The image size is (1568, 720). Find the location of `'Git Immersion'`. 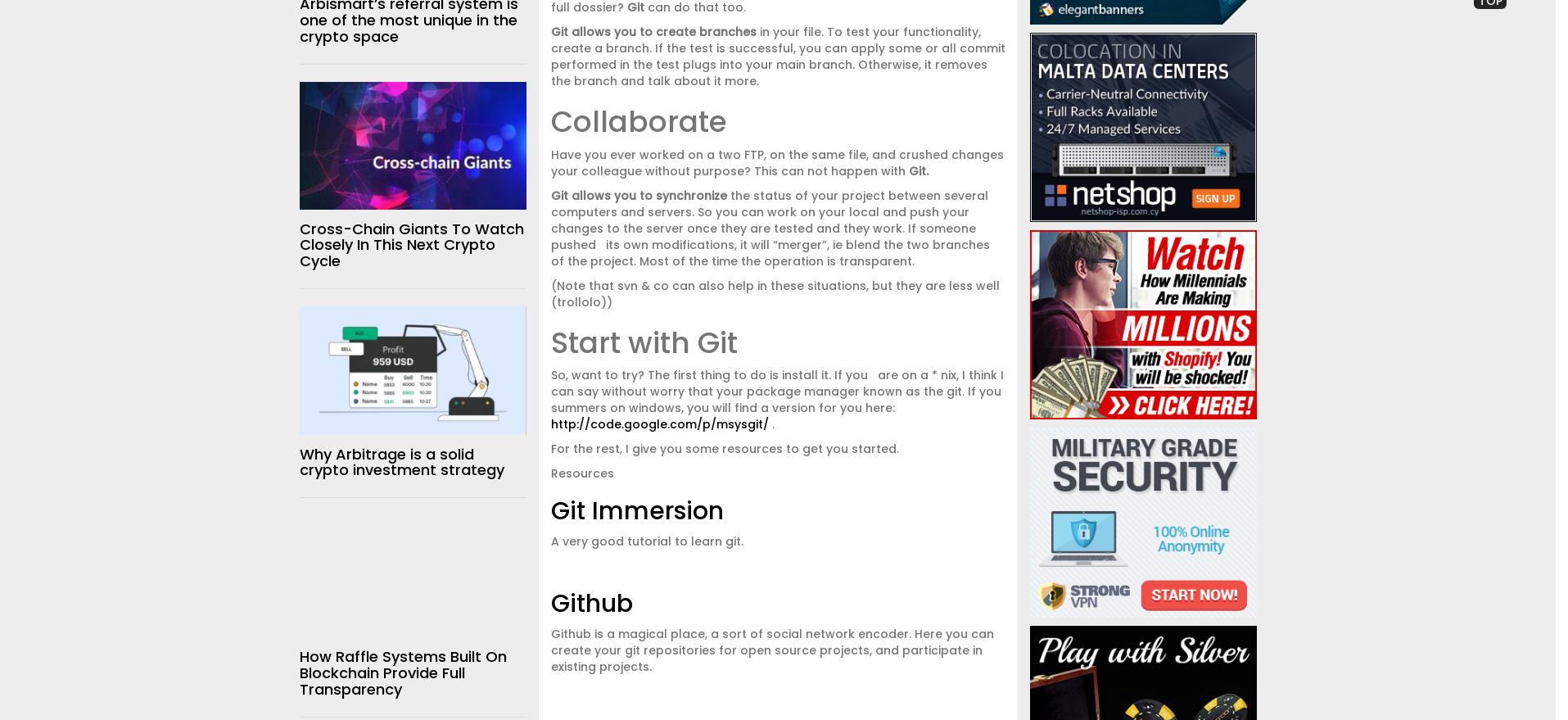

'Git Immersion' is located at coordinates (635, 511).